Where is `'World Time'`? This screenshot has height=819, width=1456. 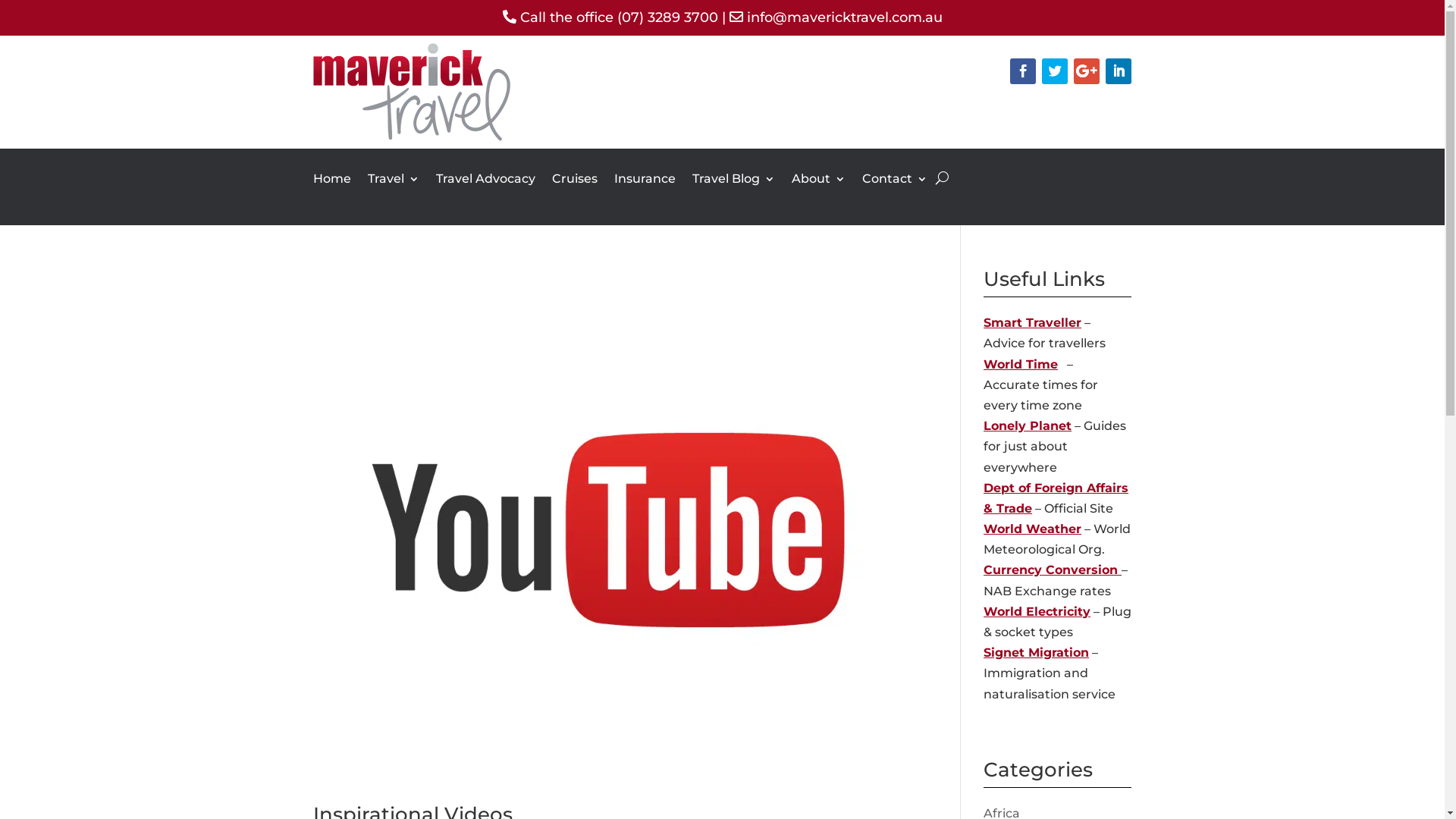 'World Time' is located at coordinates (1020, 364).